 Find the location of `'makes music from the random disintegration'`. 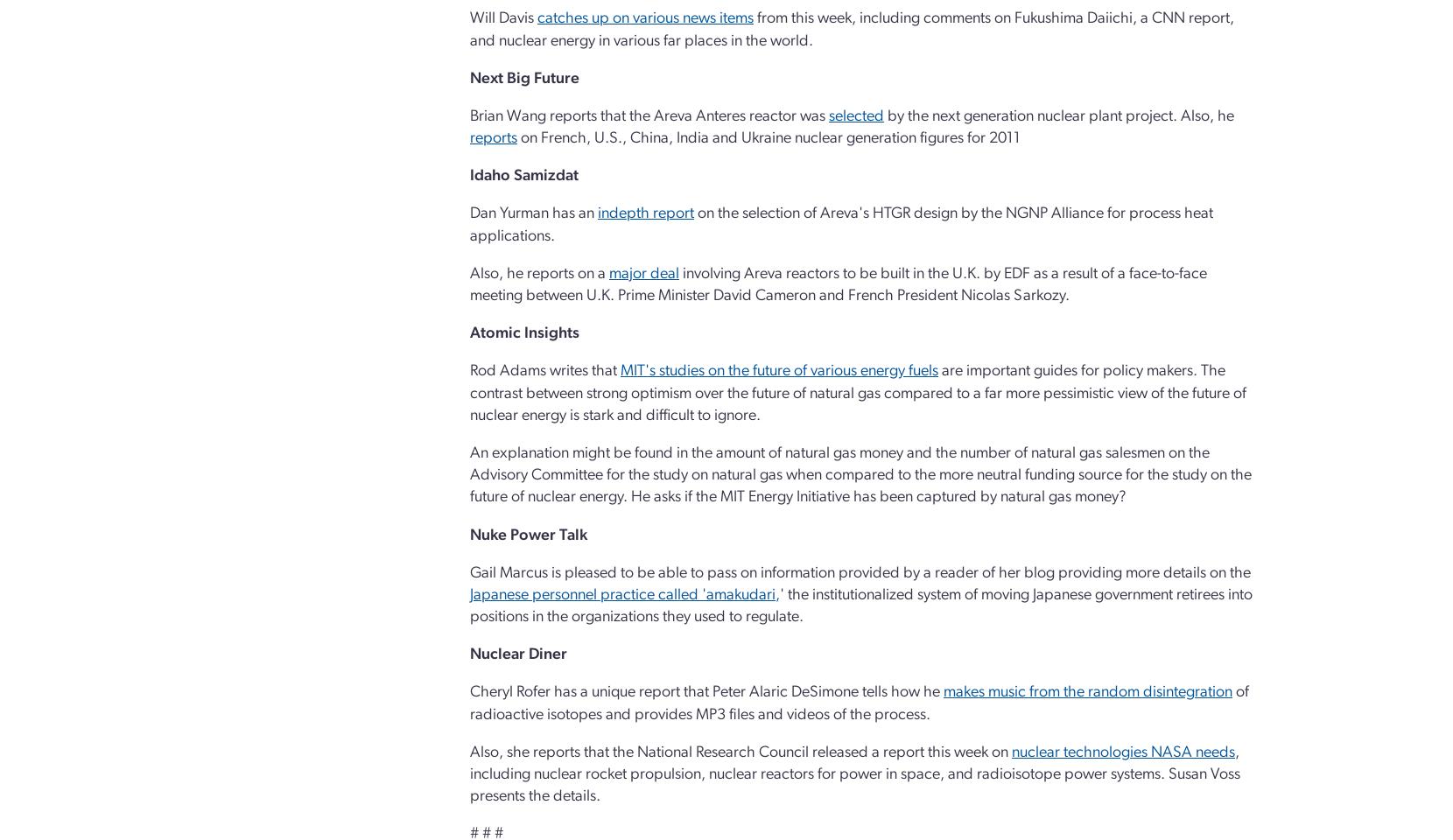

'makes music from the random disintegration' is located at coordinates (1088, 692).